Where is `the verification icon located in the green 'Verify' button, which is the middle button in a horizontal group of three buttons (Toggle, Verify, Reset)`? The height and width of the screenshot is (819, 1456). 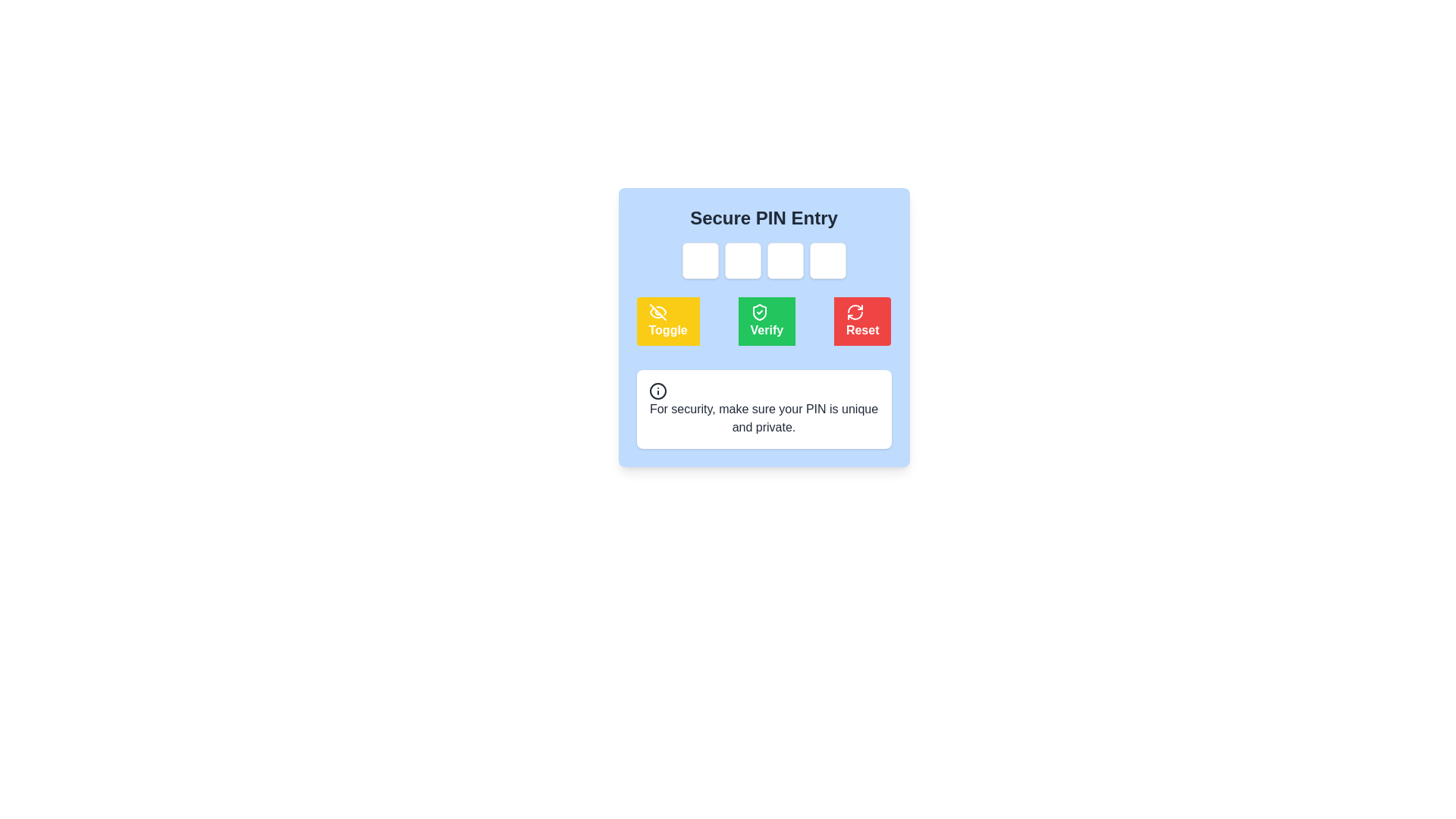
the verification icon located in the green 'Verify' button, which is the middle button in a horizontal group of three buttons (Toggle, Verify, Reset) is located at coordinates (759, 312).